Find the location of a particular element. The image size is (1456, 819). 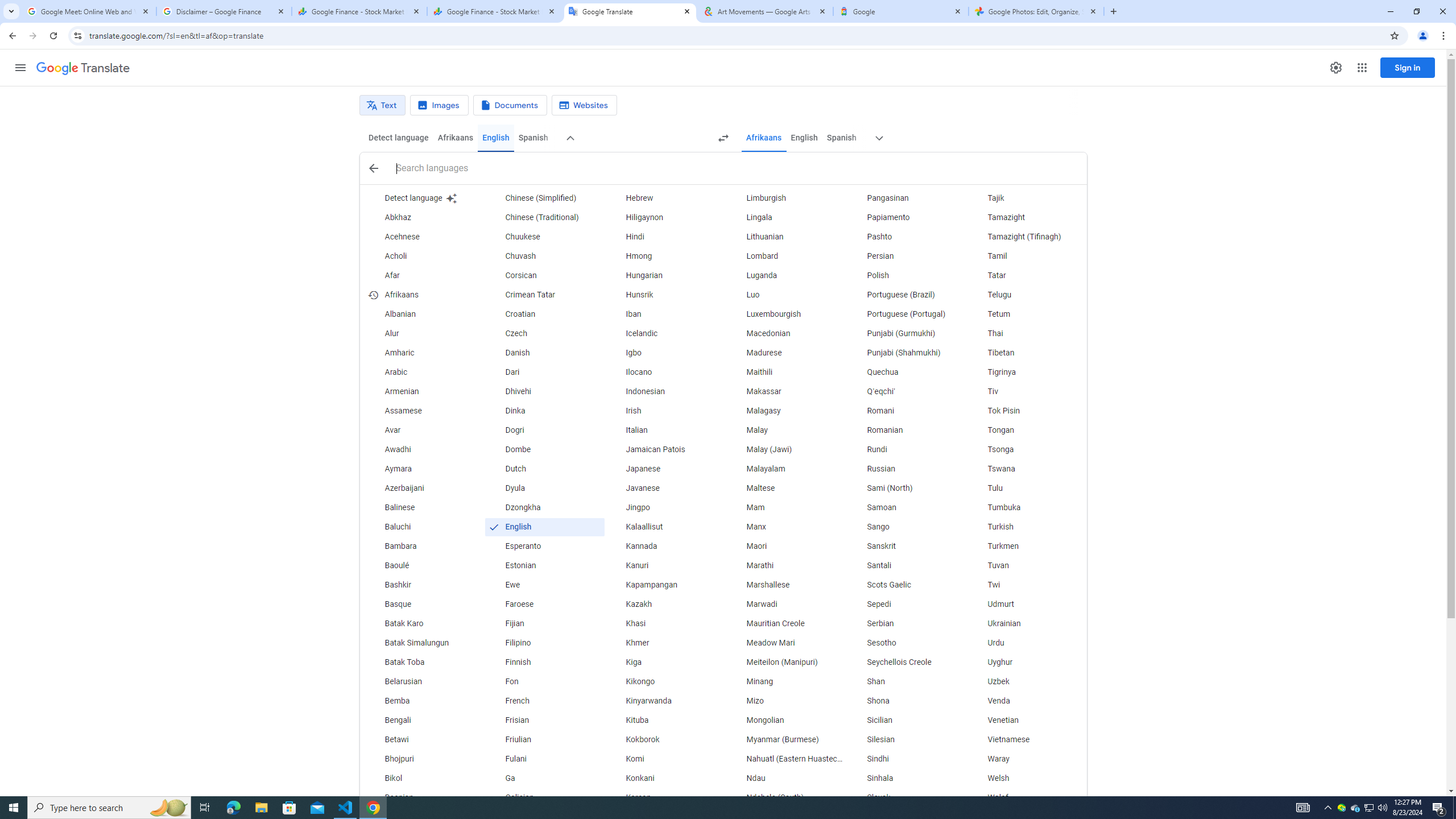

'Ndebele (South)' is located at coordinates (785, 797).